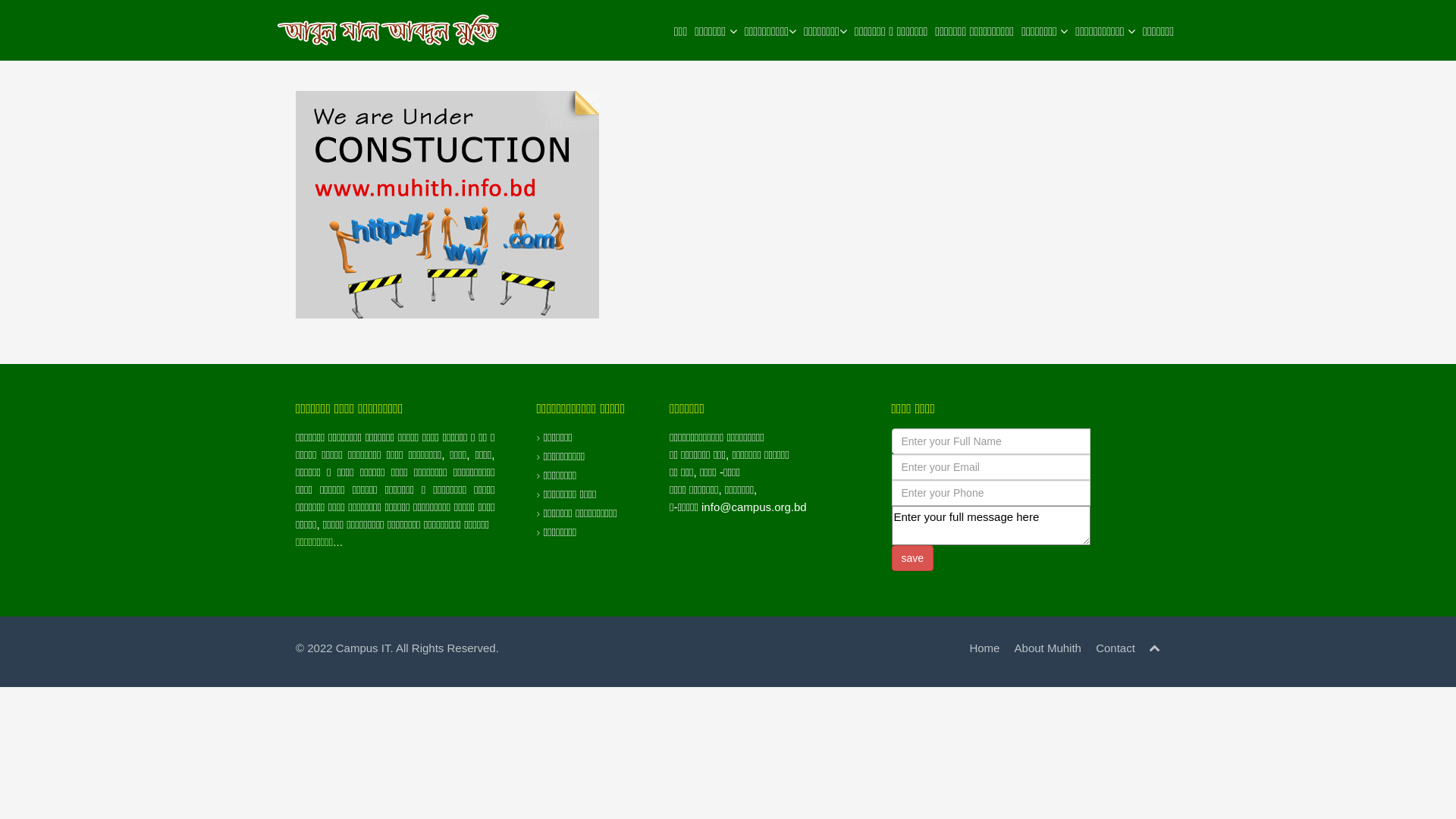 The image size is (1456, 819). What do you see at coordinates (968, 648) in the screenshot?
I see `'Home'` at bounding box center [968, 648].